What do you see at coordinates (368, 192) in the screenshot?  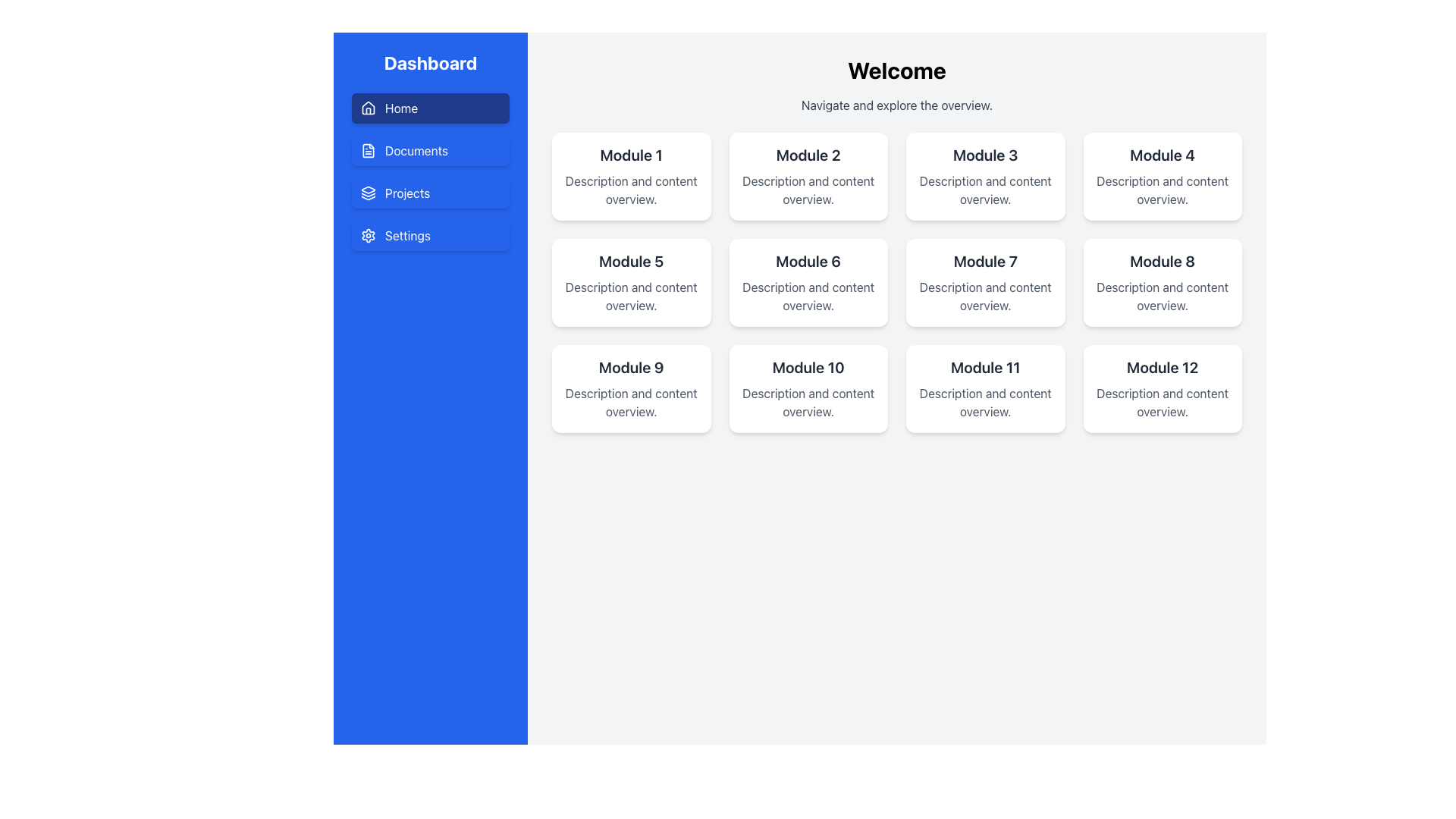 I see `the visually distinct icon consisting of three stacked layers shaped like a parallelogram, located inside the 'Projects' button in the left sidebar navigation menu` at bounding box center [368, 192].